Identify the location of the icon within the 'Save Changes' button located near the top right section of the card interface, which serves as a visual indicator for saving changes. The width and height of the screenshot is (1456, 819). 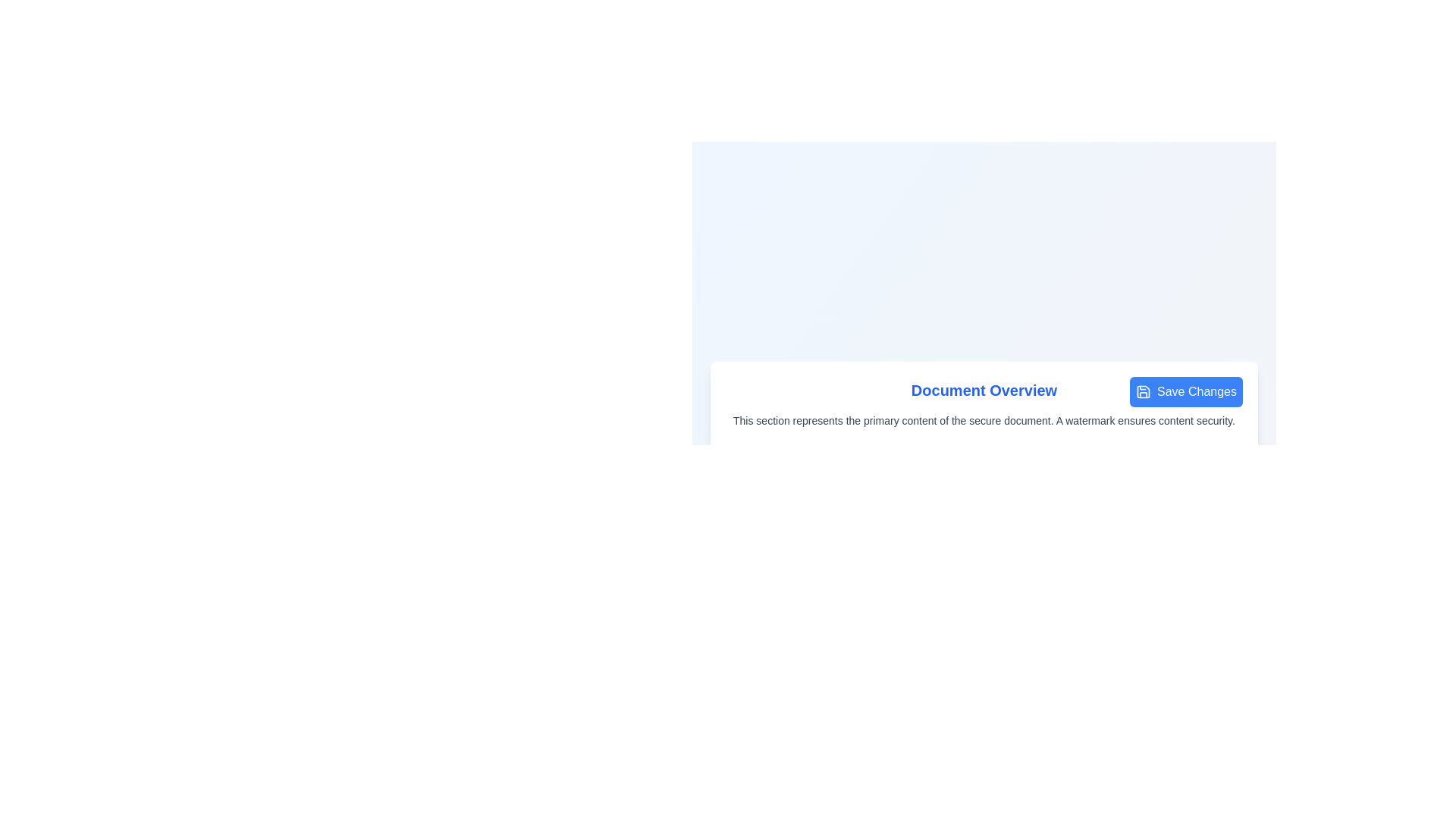
(1143, 391).